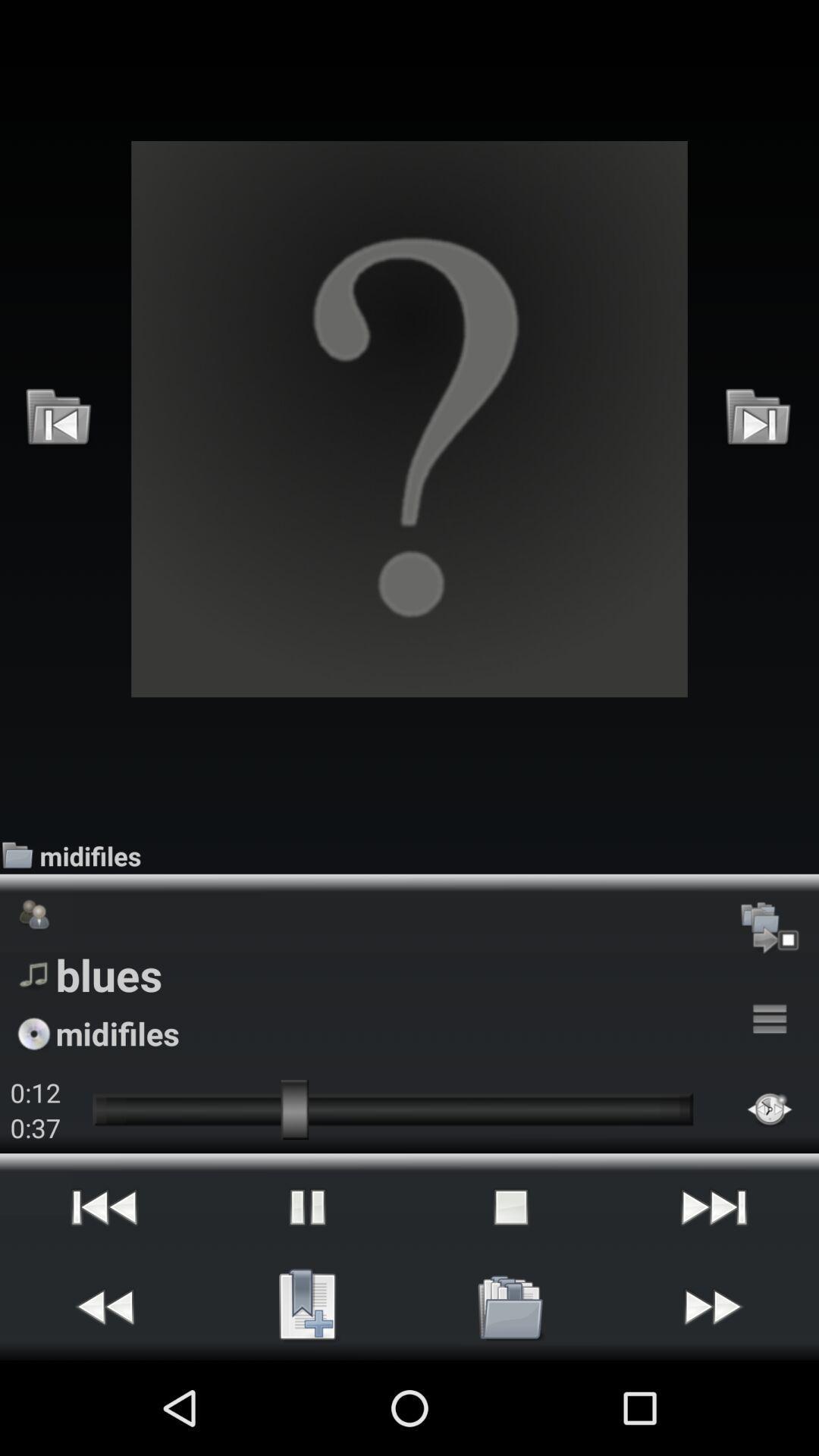 This screenshot has width=819, height=1456. What do you see at coordinates (104, 1291) in the screenshot?
I see `the av_rewind icon` at bounding box center [104, 1291].